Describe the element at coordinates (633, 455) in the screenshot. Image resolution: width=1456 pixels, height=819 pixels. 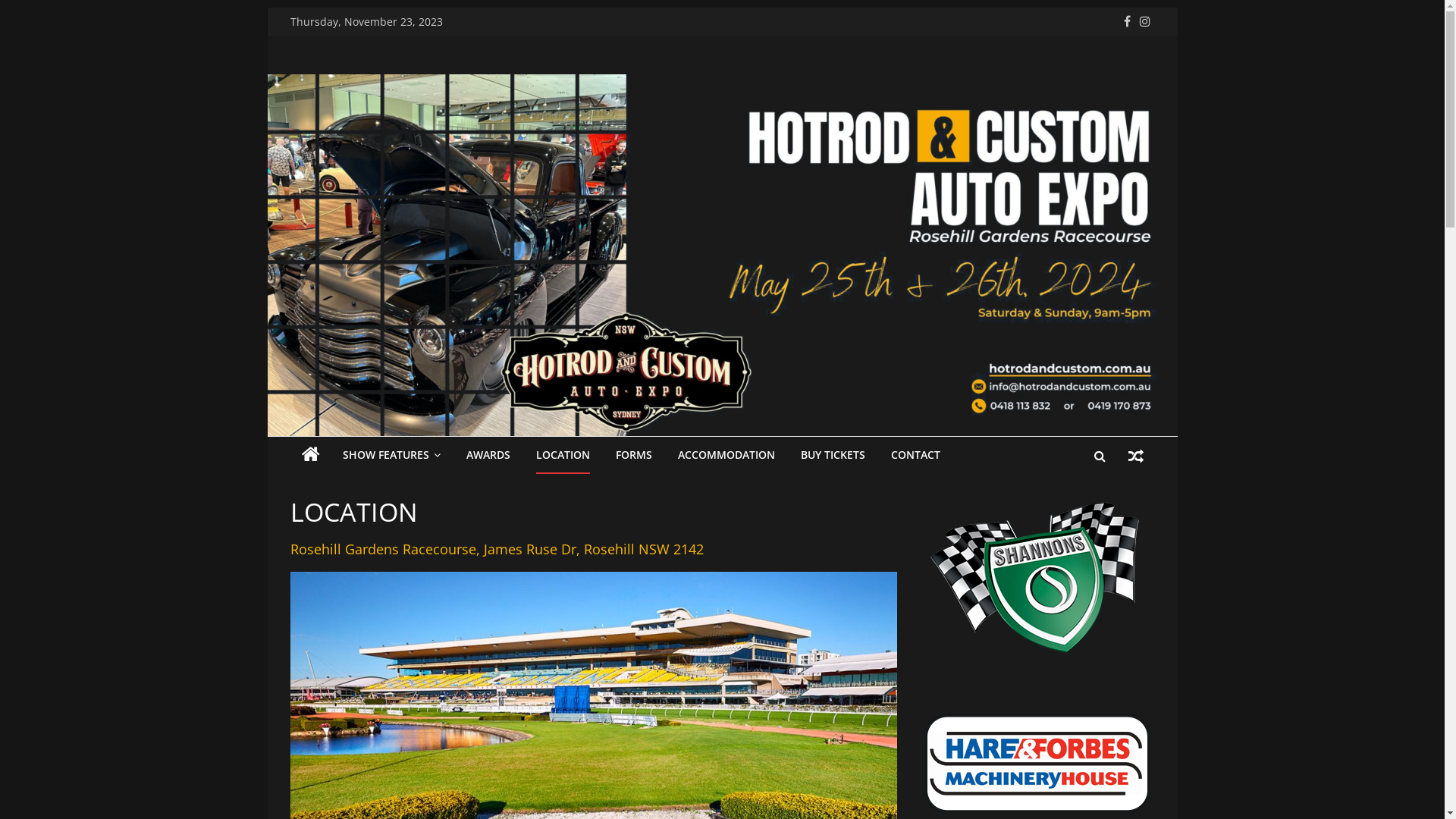
I see `'FORMS'` at that location.